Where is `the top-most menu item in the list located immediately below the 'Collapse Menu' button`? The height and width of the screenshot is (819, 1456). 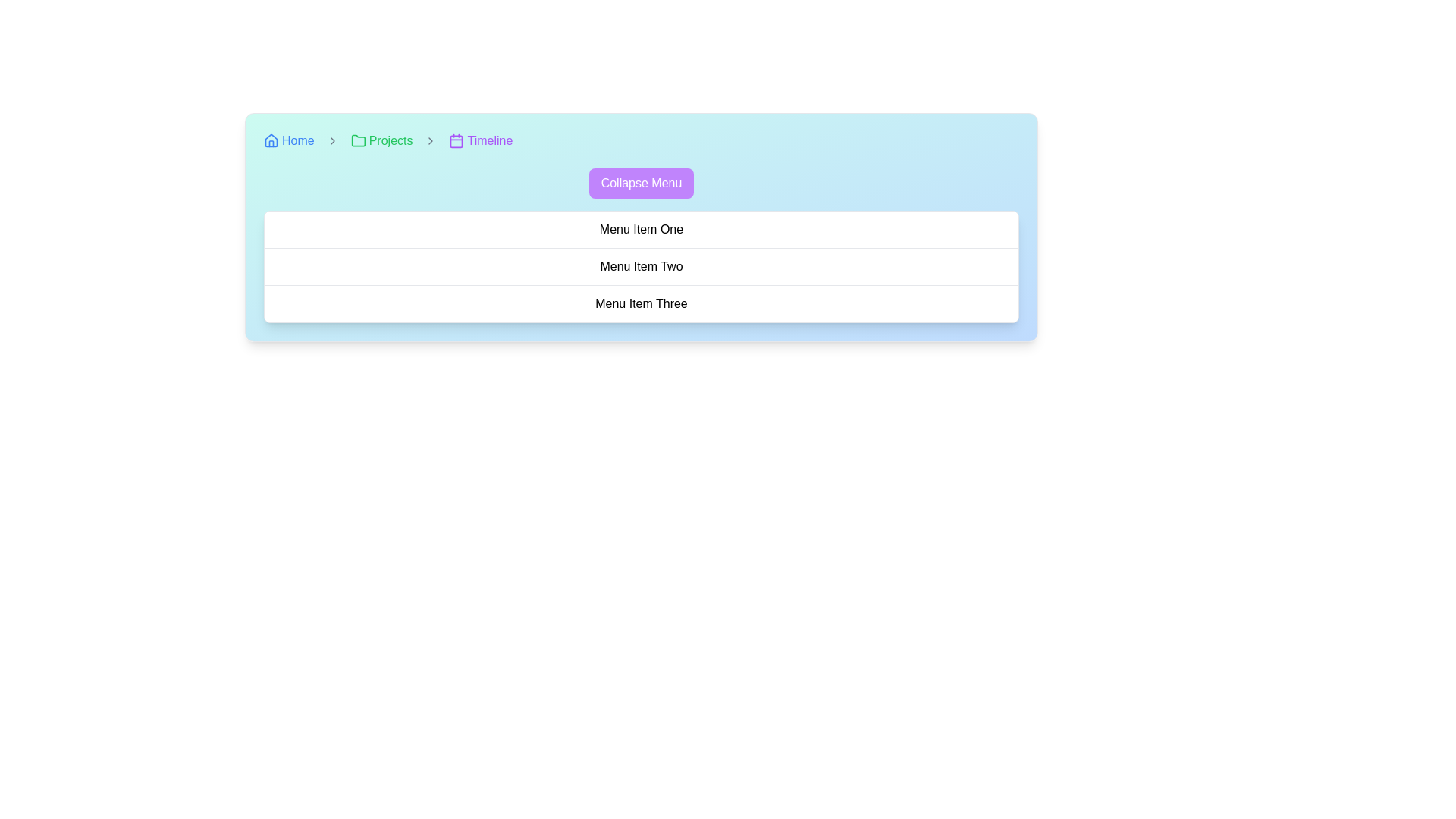
the top-most menu item in the list located immediately below the 'Collapse Menu' button is located at coordinates (641, 230).